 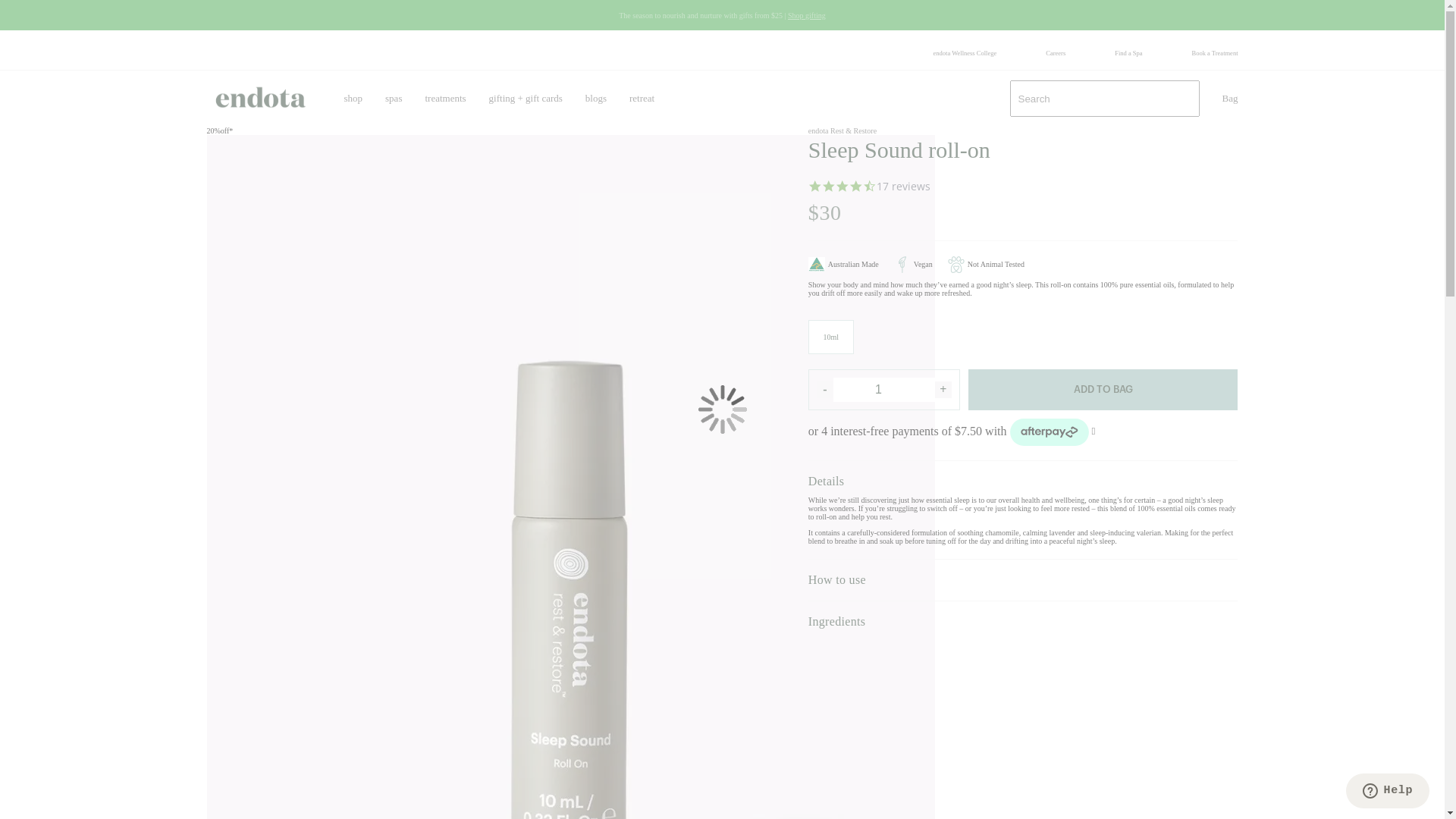 What do you see at coordinates (964, 52) in the screenshot?
I see `'endota Wellness College'` at bounding box center [964, 52].